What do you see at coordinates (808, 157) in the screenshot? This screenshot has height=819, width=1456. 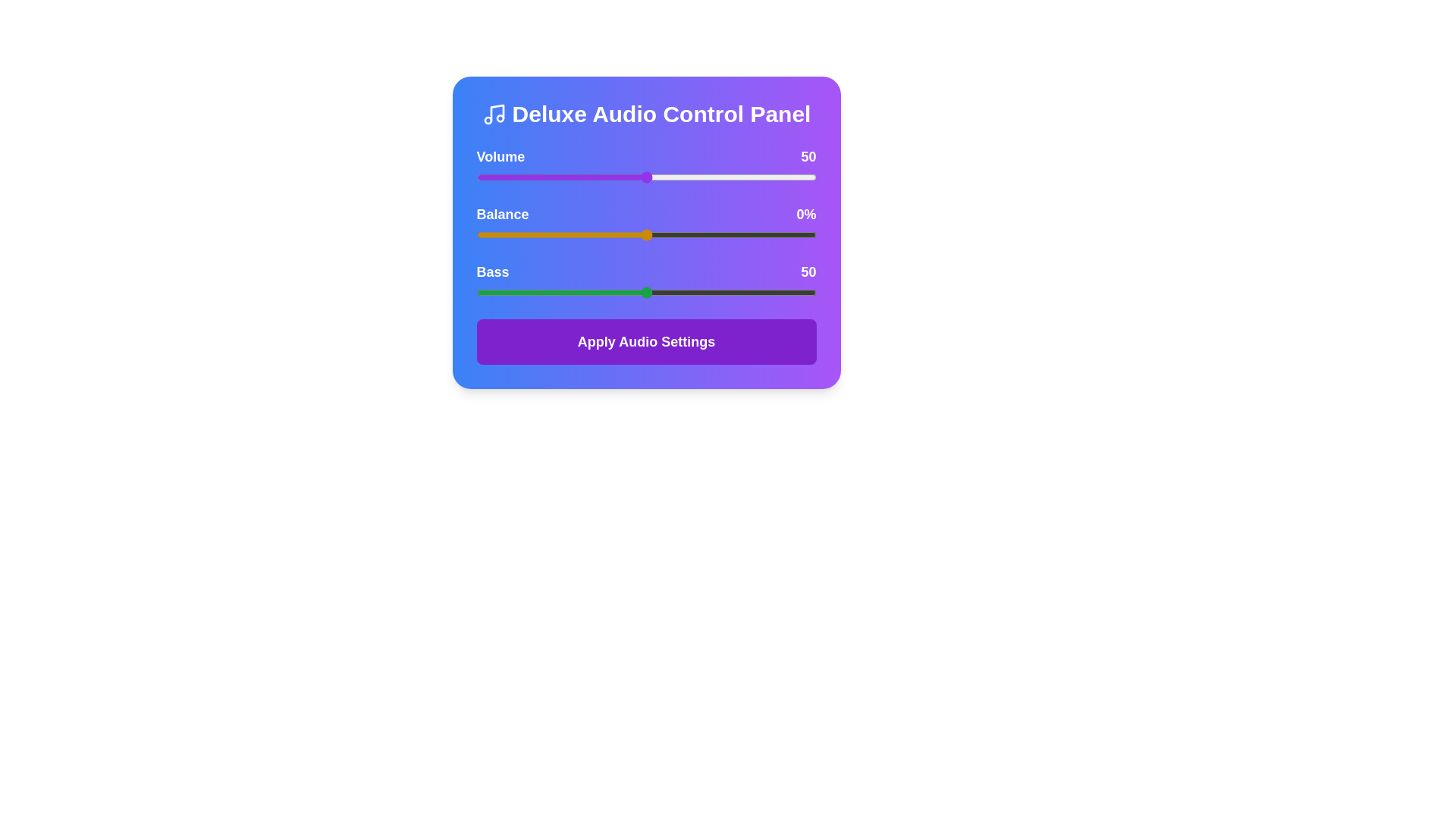 I see `the text display field that shows '50' in white on a purple background, located in the top-right corner of the purple panel adjacent to the label 'Bass'` at bounding box center [808, 157].